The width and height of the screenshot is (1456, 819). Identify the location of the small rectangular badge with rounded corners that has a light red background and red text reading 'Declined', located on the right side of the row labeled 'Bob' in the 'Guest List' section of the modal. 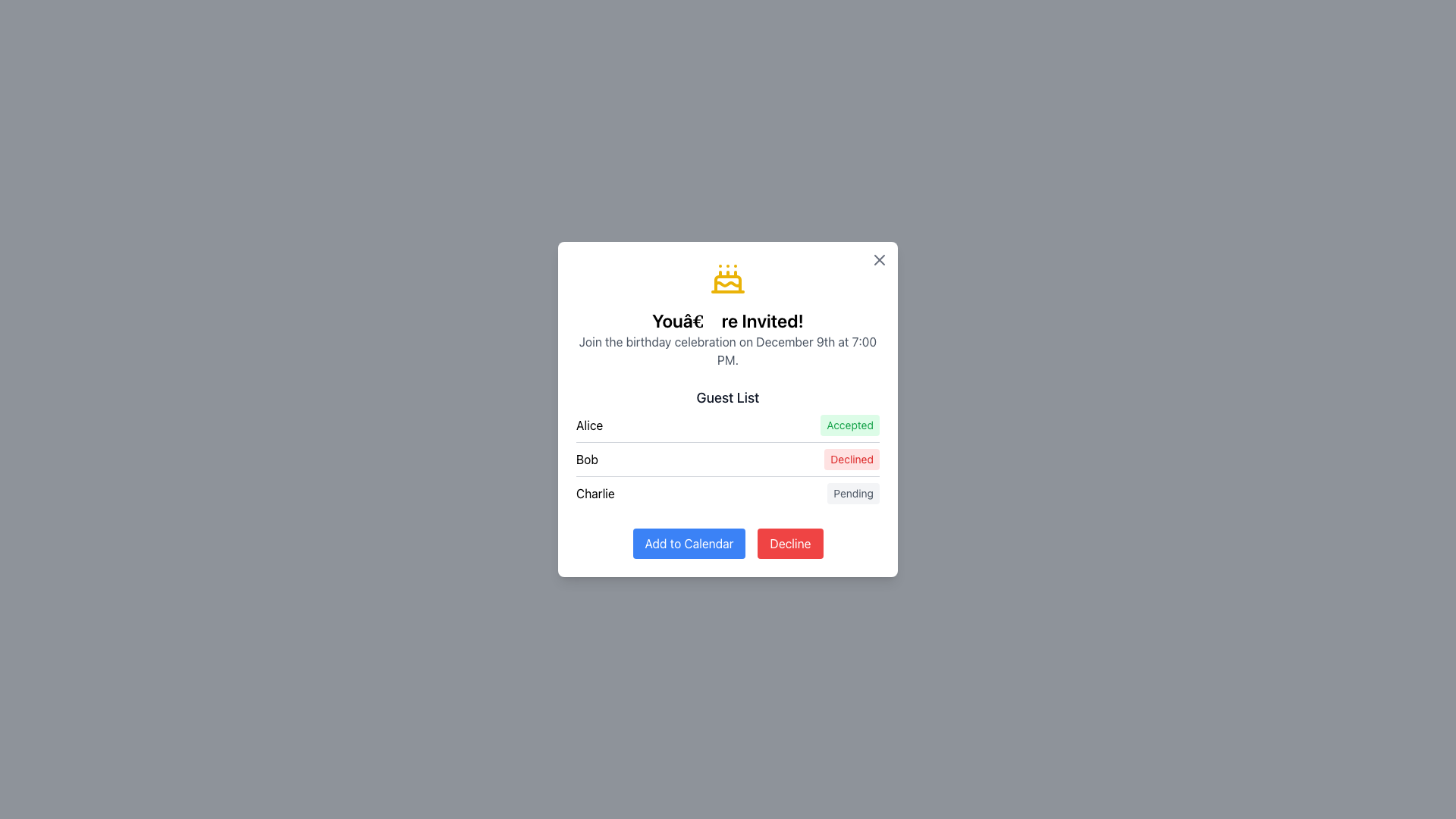
(852, 458).